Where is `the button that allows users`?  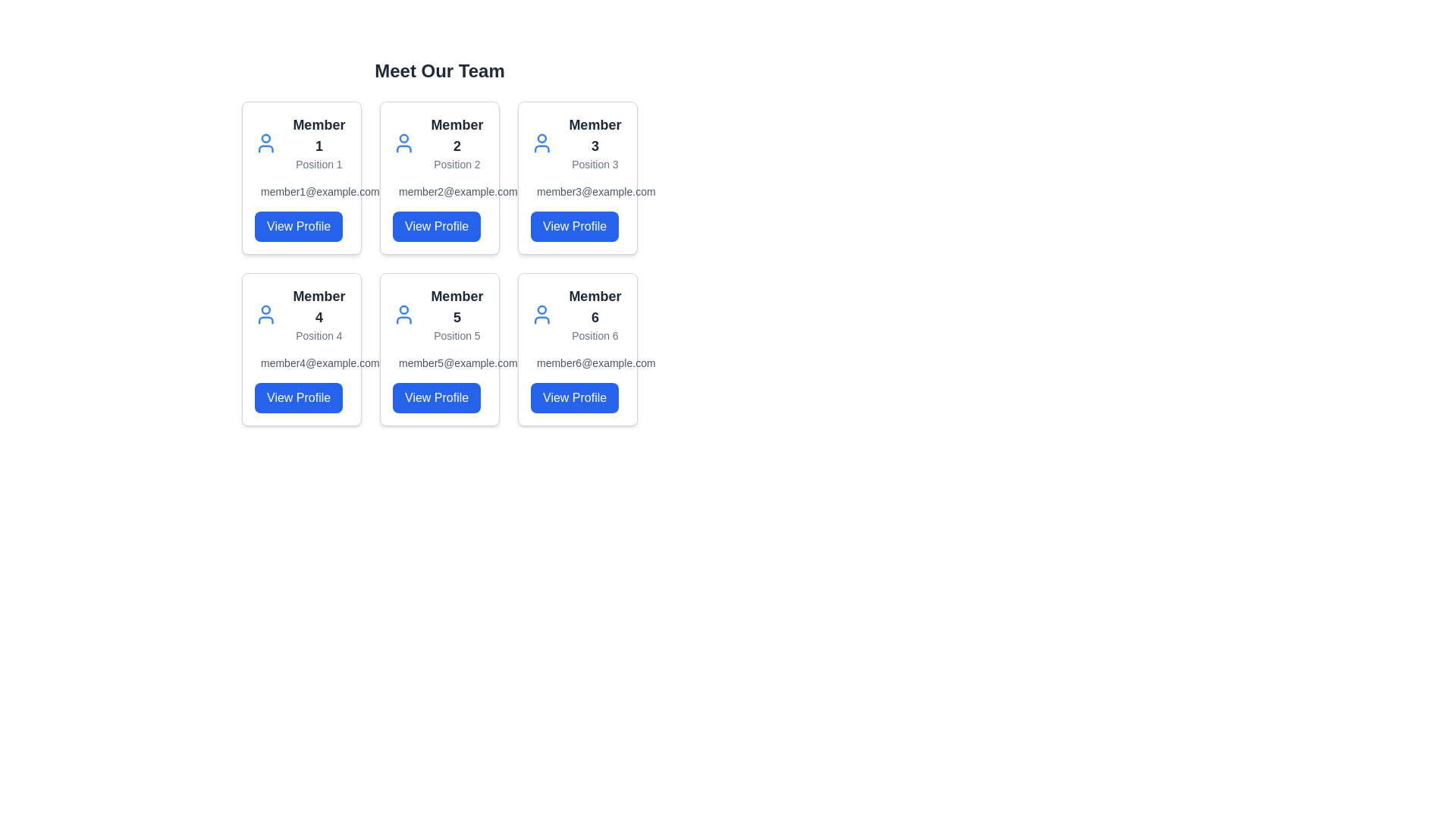
the button that allows users is located at coordinates (436, 227).